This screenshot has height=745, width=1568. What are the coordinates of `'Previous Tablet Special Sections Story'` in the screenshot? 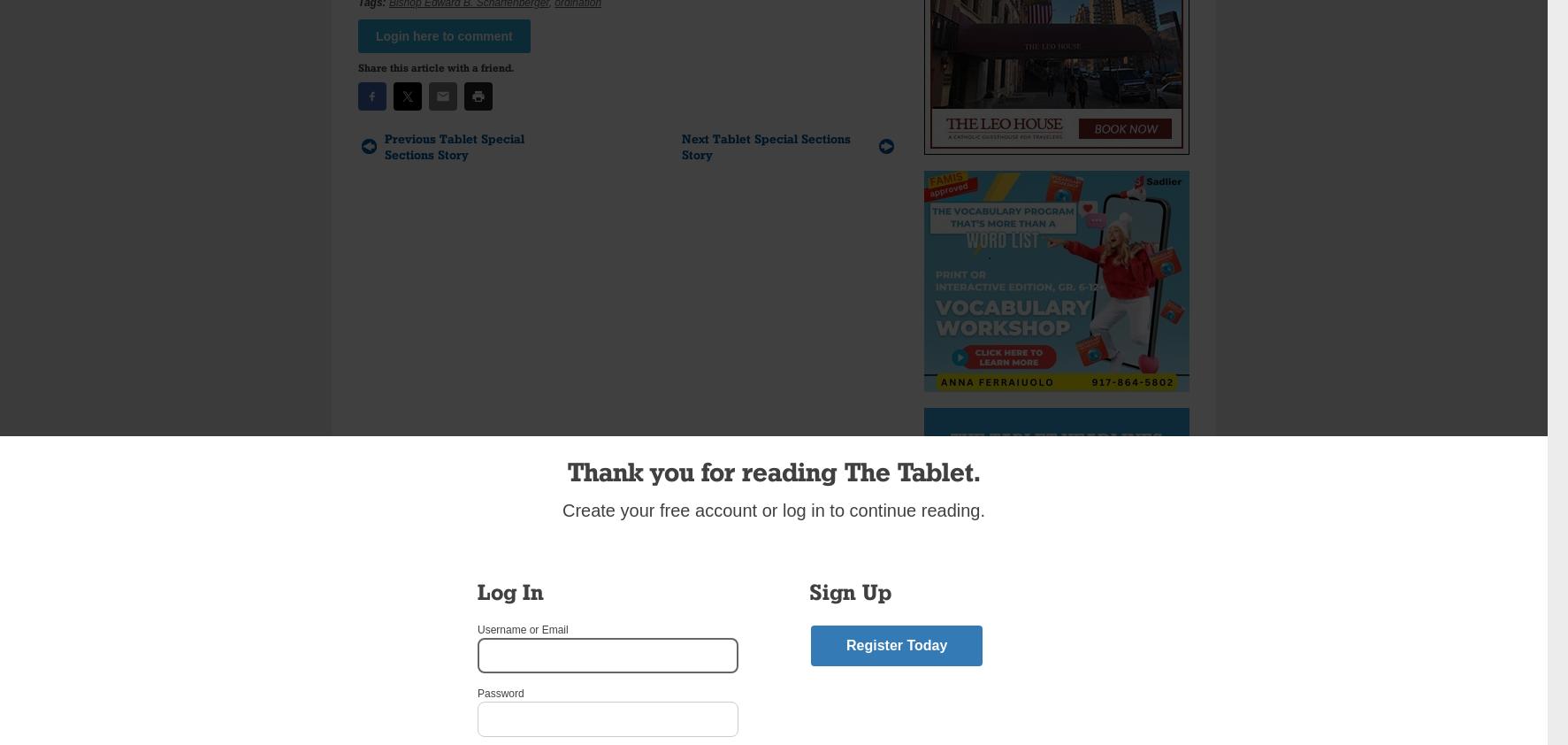 It's located at (454, 145).